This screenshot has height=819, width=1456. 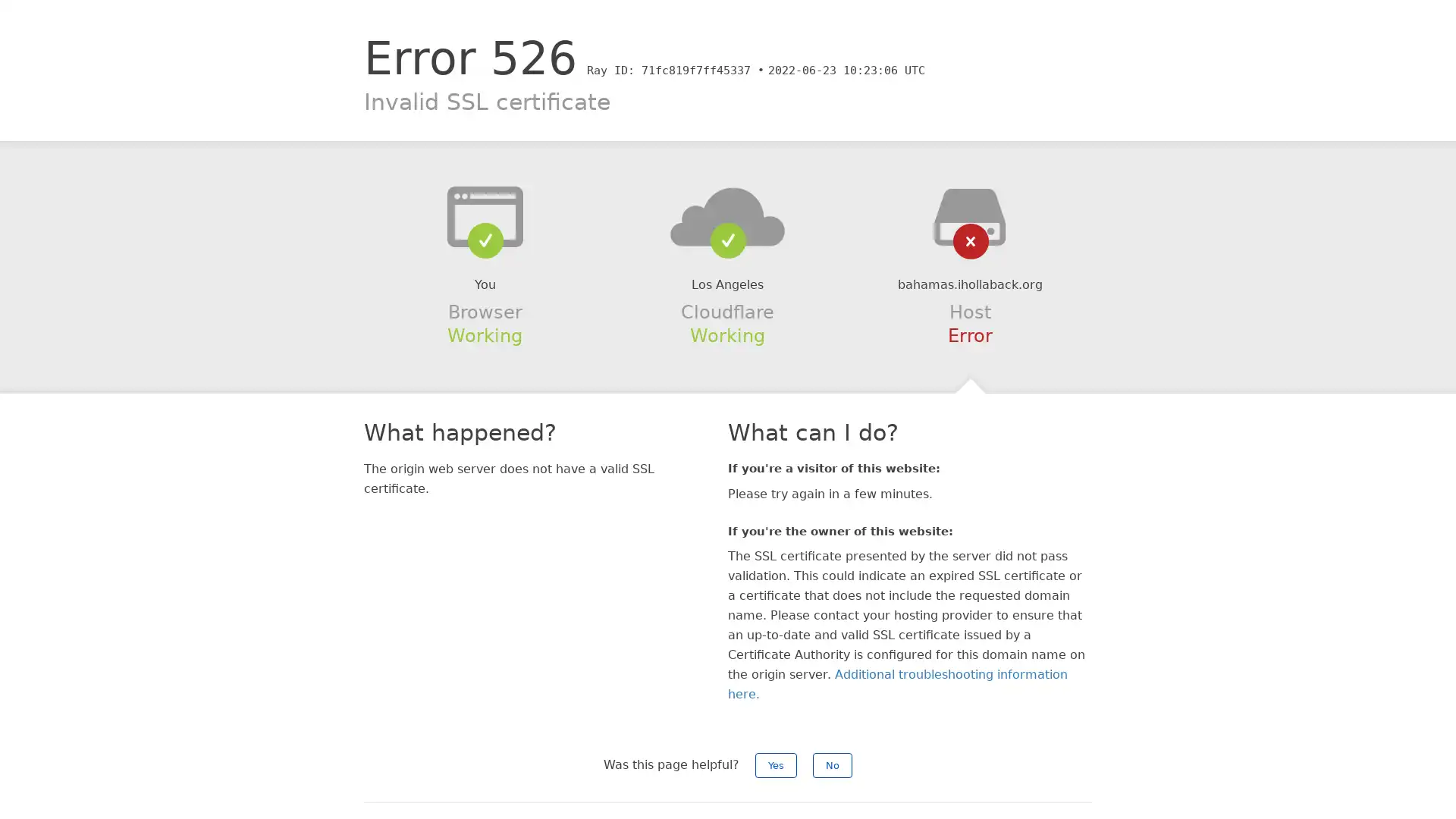 What do you see at coordinates (776, 765) in the screenshot?
I see `Yes` at bounding box center [776, 765].